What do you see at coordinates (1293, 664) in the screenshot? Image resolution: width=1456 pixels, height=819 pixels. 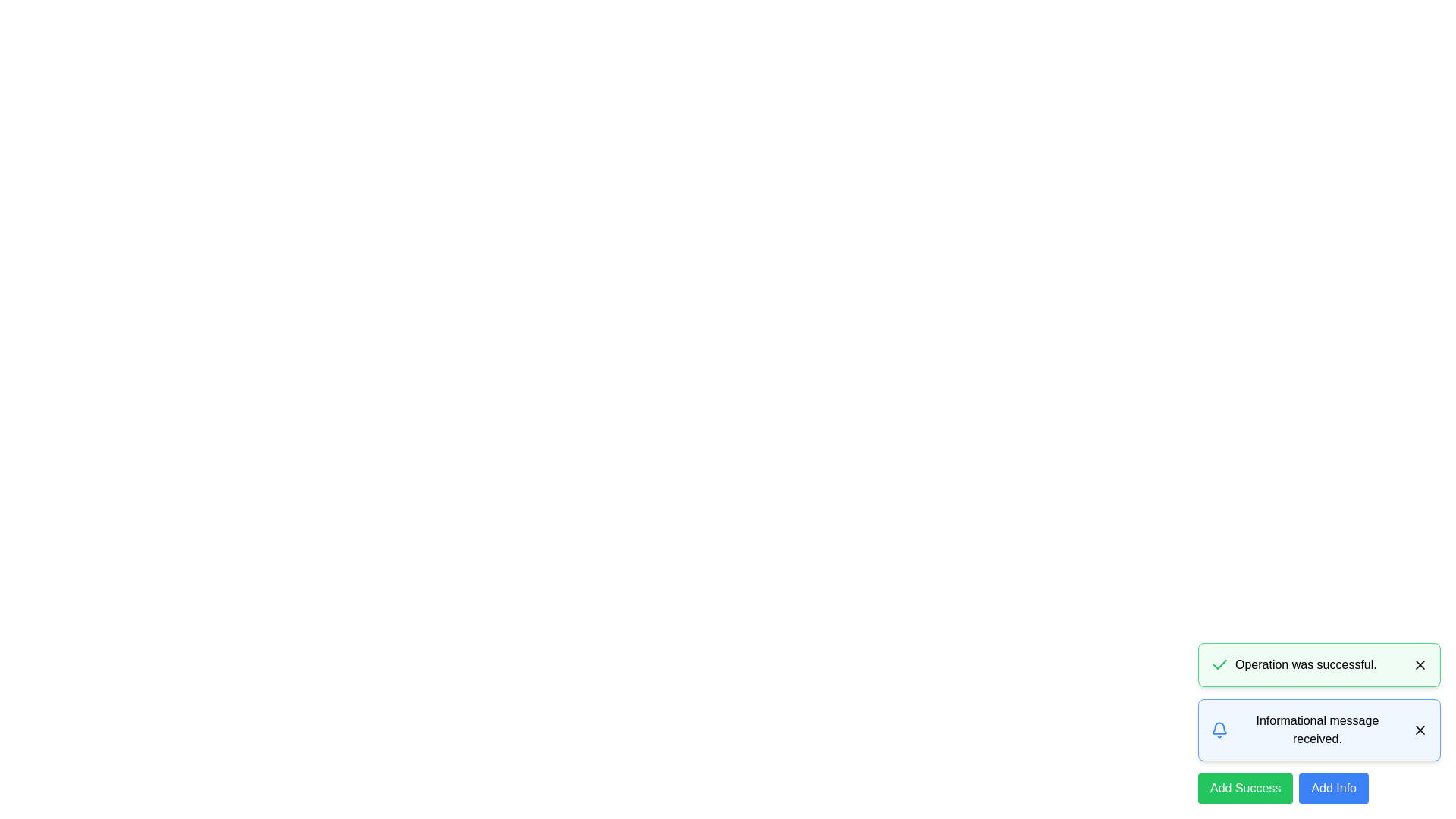 I see `message from the Notification label indicating success, which displays a checkmark icon followed by the text 'Operation was successful.'` at bounding box center [1293, 664].